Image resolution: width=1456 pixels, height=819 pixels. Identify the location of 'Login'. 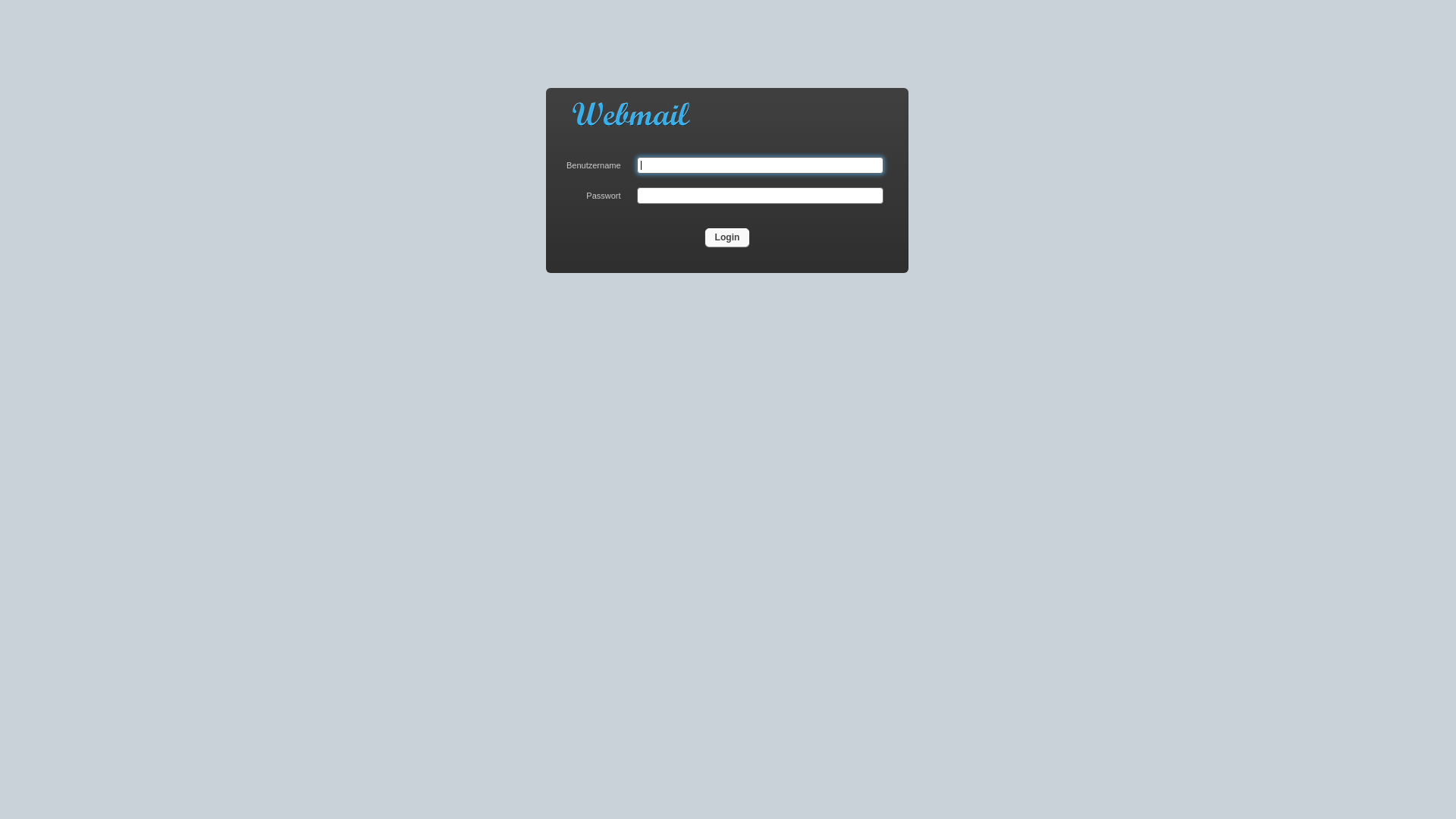
(726, 237).